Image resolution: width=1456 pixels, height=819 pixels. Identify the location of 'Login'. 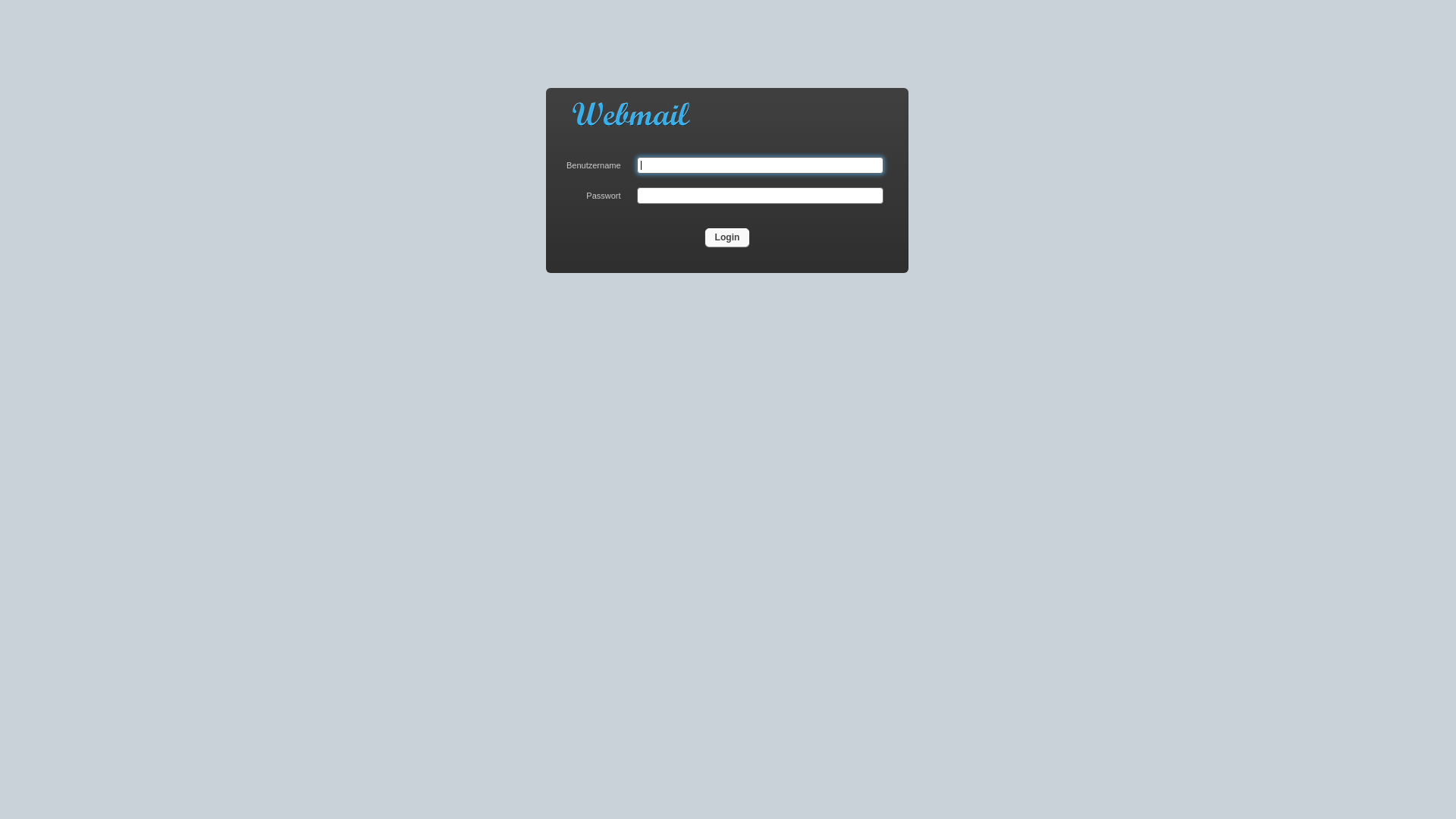
(726, 237).